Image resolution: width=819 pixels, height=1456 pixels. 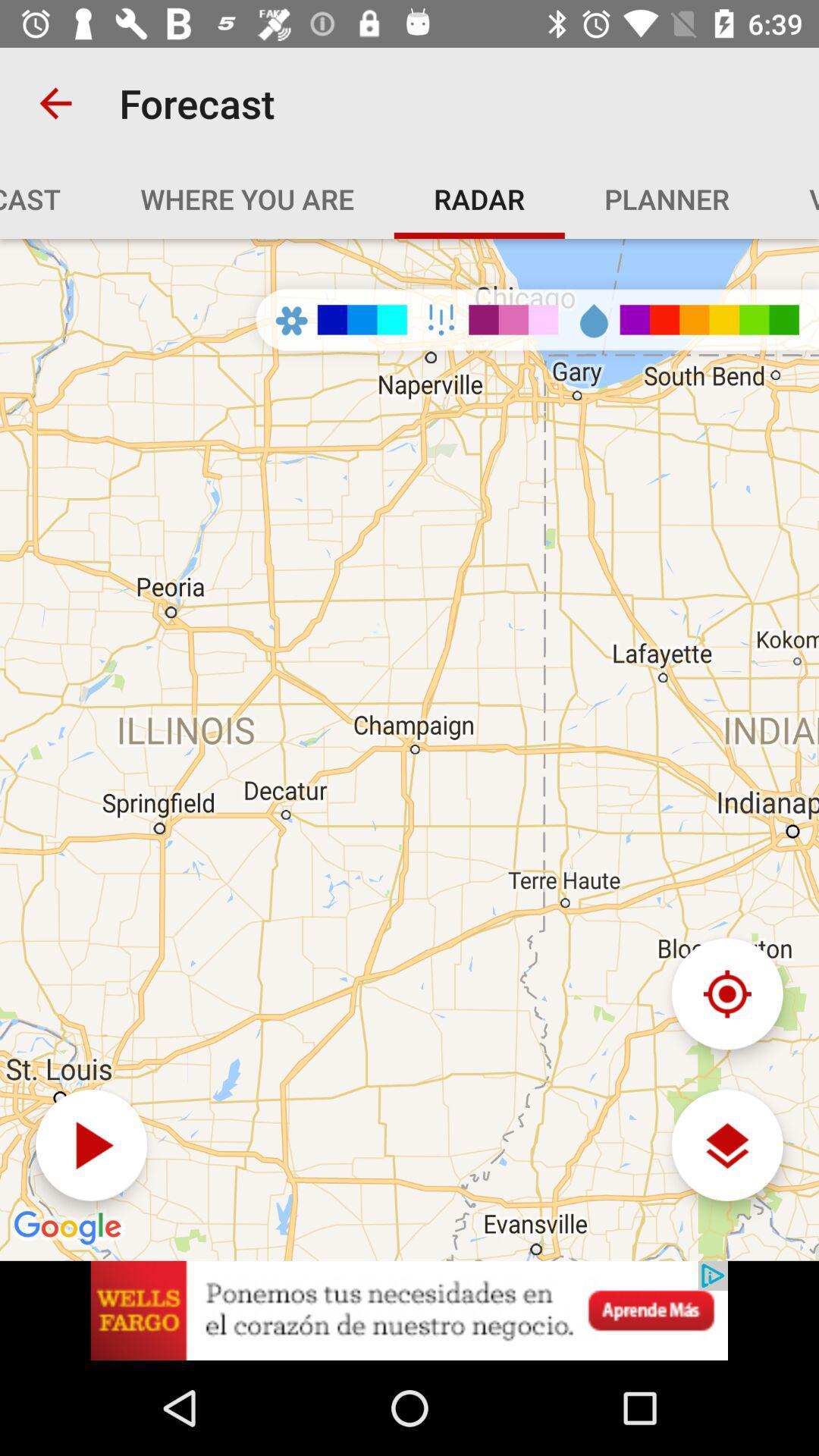 I want to click on reset navigation, so click(x=726, y=993).